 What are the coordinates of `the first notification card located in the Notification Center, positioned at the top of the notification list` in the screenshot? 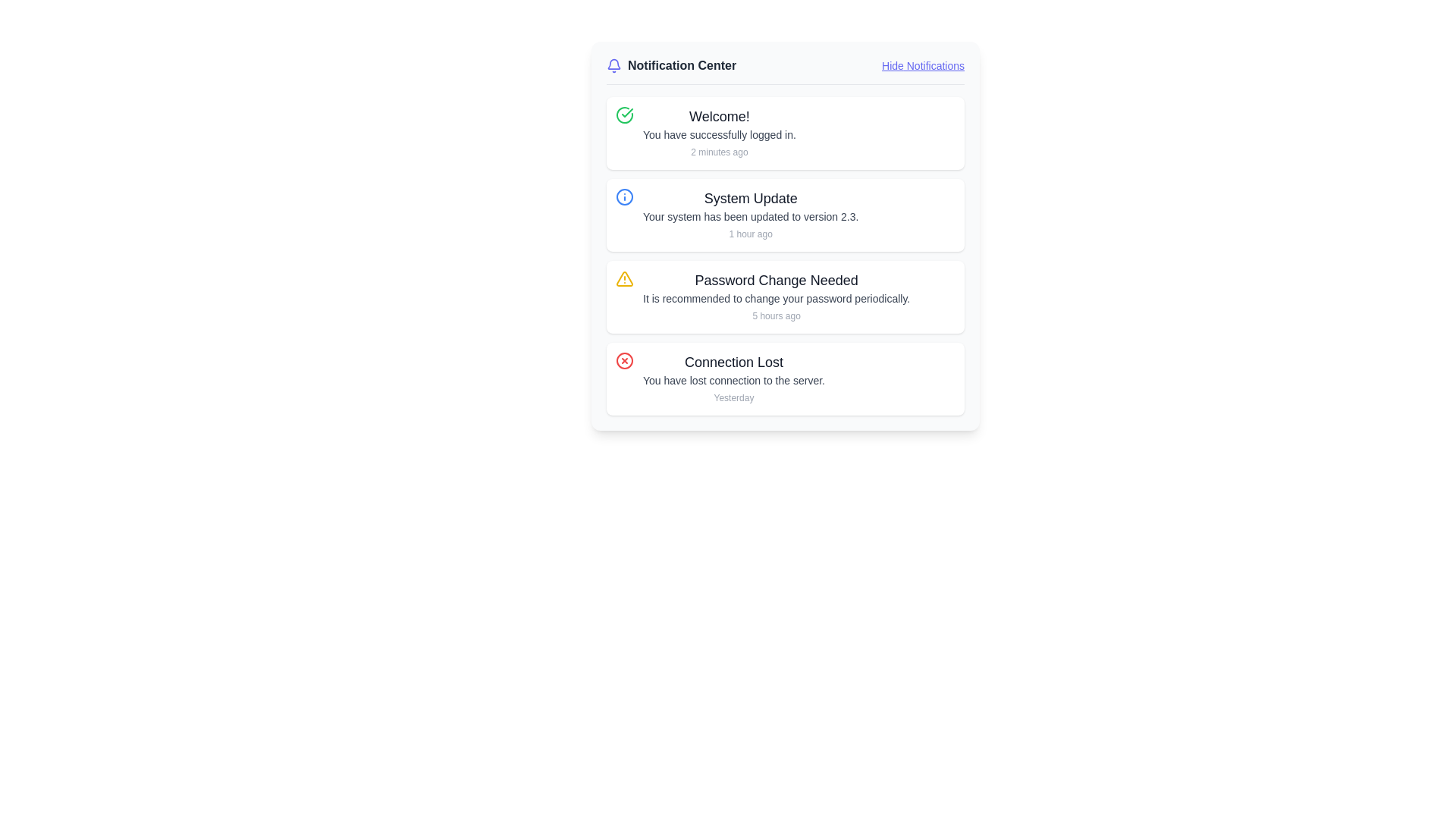 It's located at (786, 133).